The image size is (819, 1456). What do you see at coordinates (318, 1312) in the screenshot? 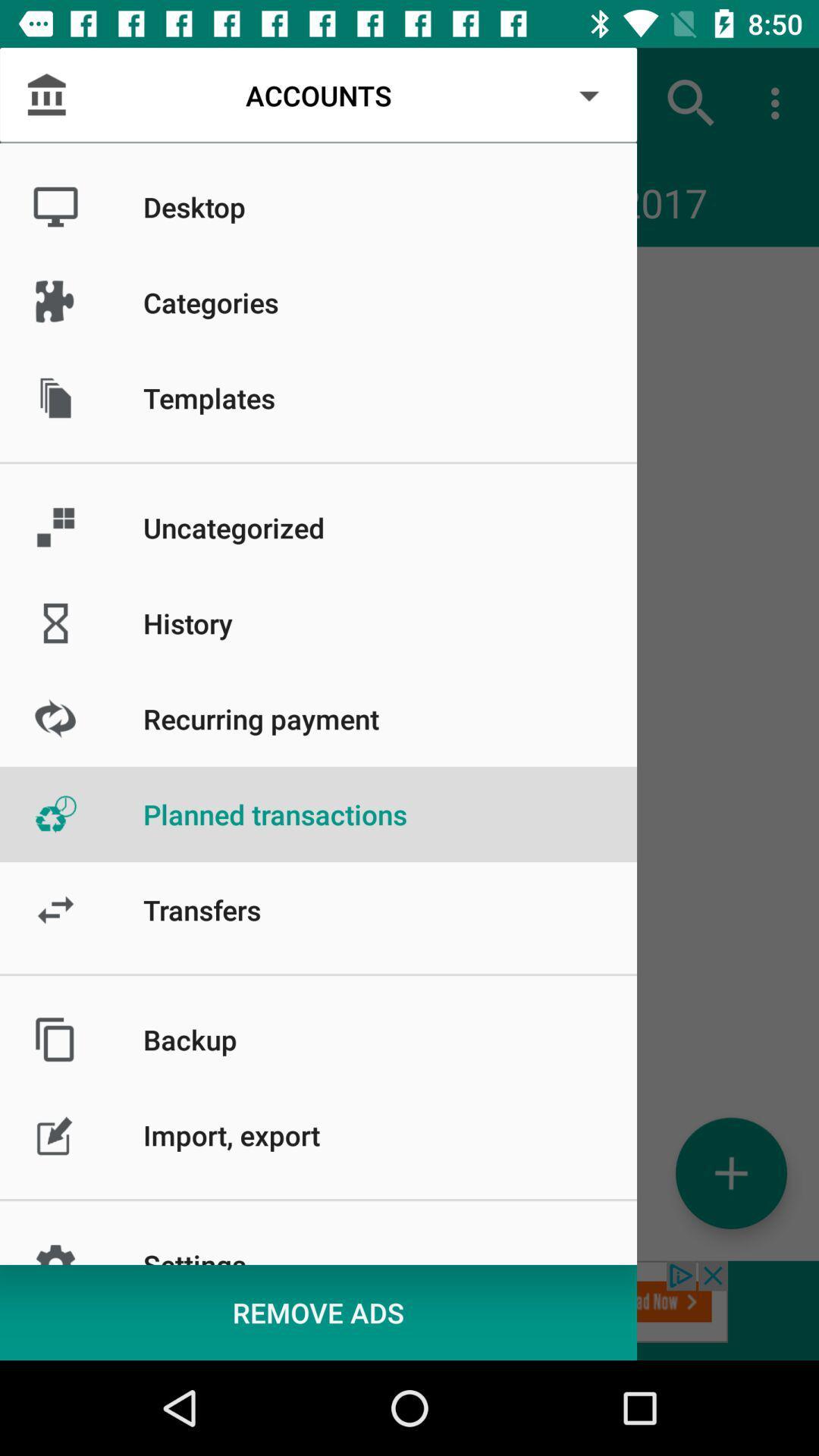
I see `icon below the settings icon` at bounding box center [318, 1312].